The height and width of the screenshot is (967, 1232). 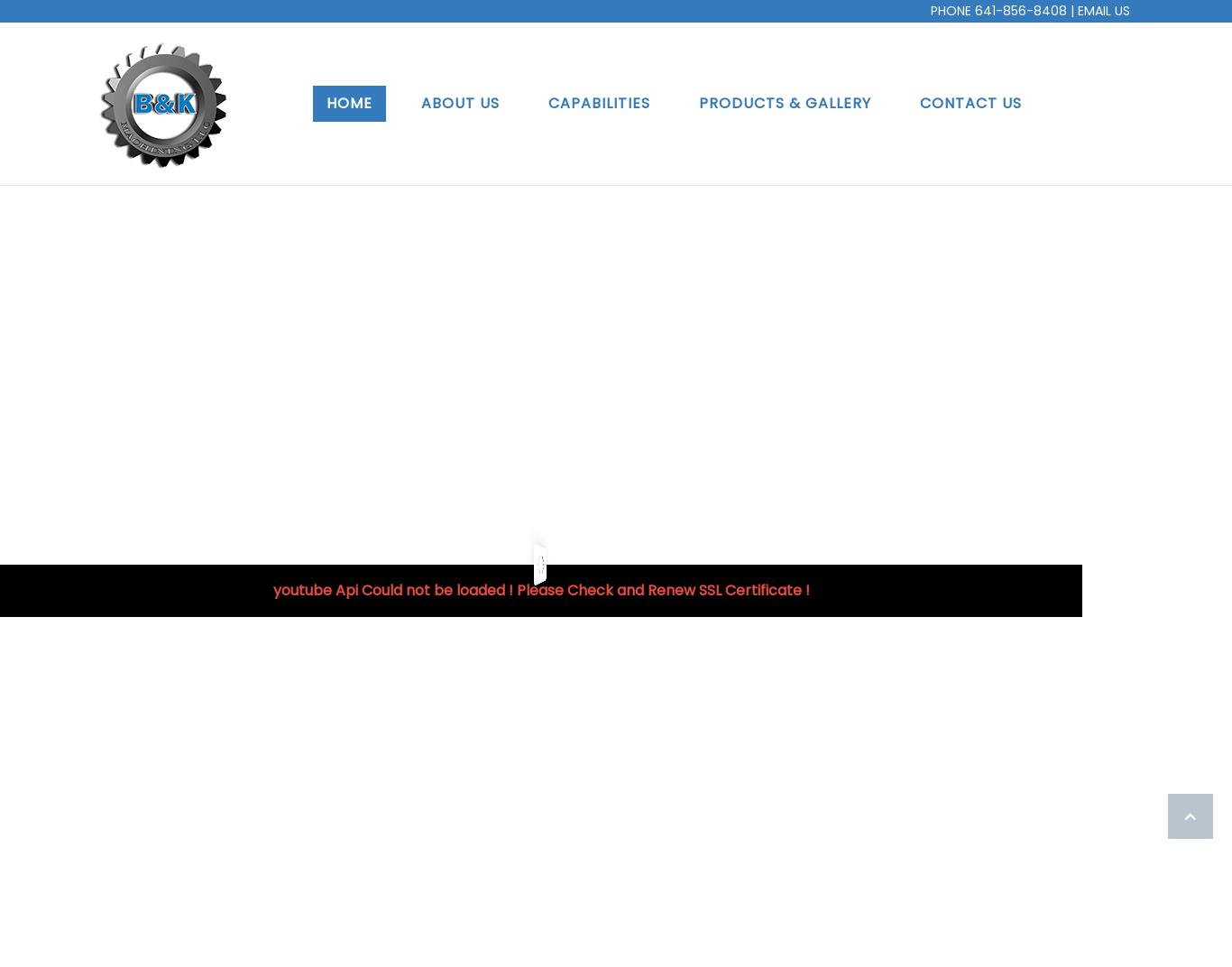 I want to click on 'Capabilities', so click(x=597, y=102).